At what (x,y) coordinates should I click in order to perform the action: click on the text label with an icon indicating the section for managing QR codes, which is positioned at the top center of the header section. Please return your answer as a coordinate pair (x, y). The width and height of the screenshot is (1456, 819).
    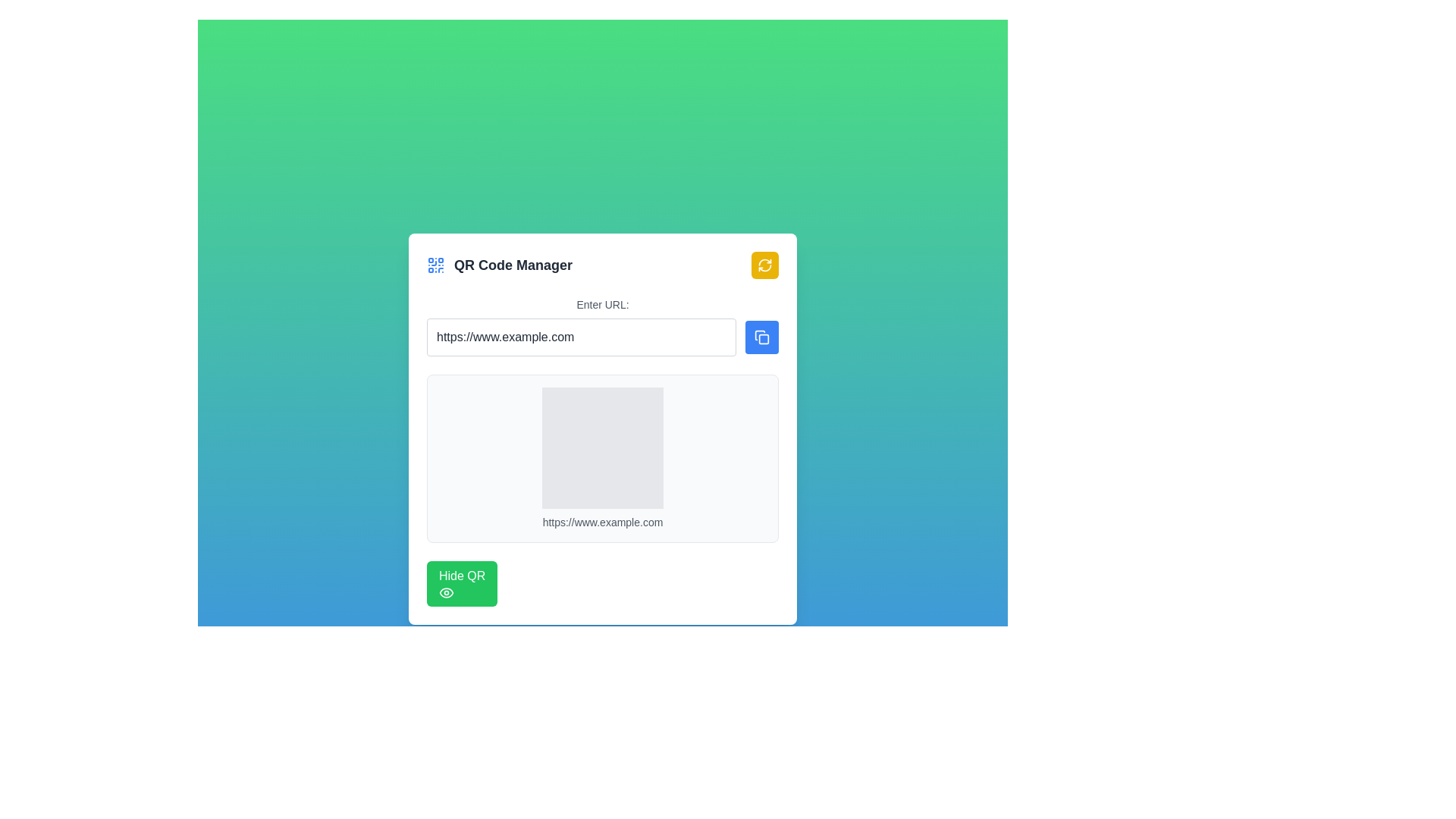
    Looking at the image, I should click on (499, 265).